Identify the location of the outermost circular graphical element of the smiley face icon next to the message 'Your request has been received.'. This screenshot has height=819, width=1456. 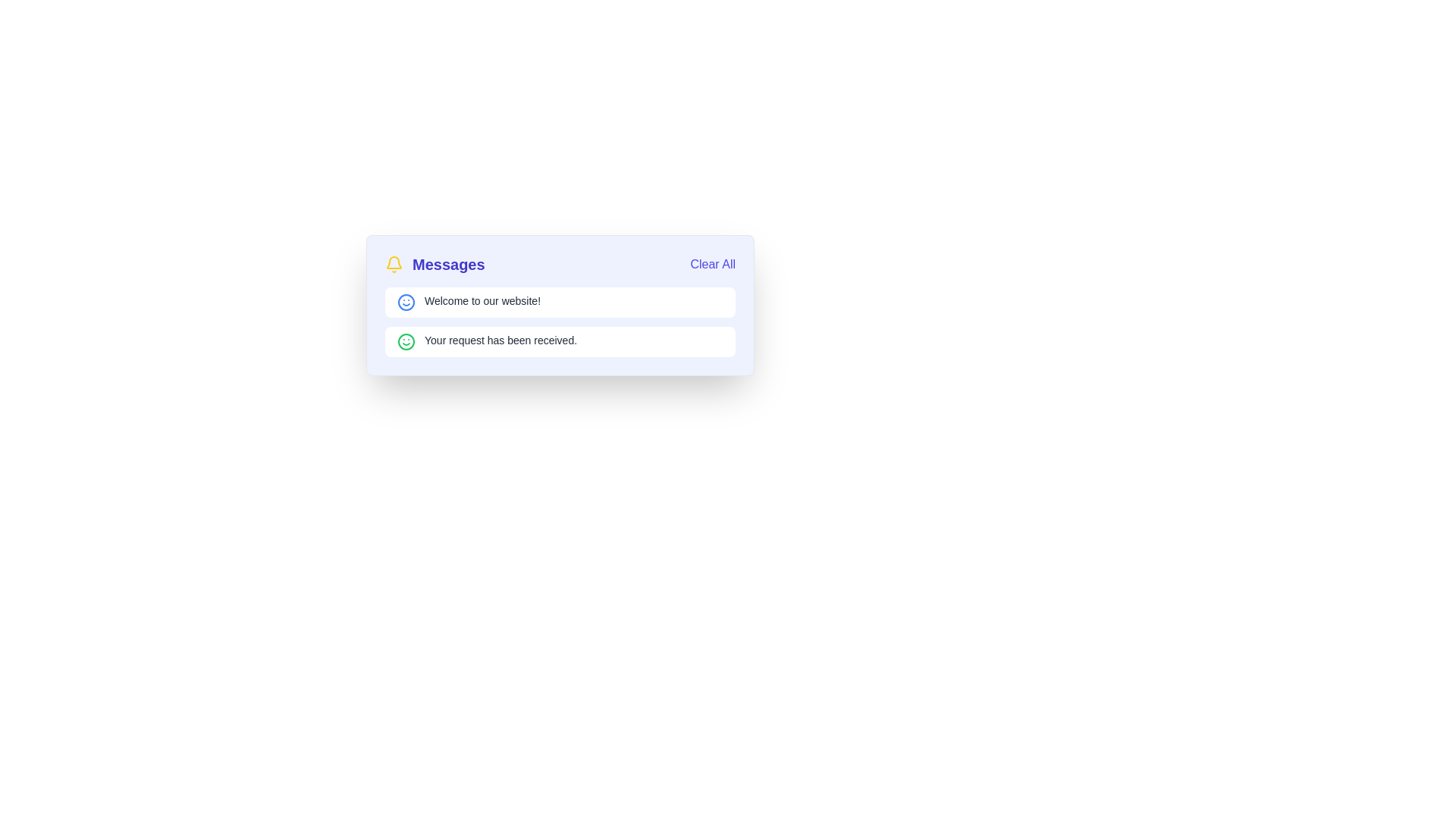
(406, 302).